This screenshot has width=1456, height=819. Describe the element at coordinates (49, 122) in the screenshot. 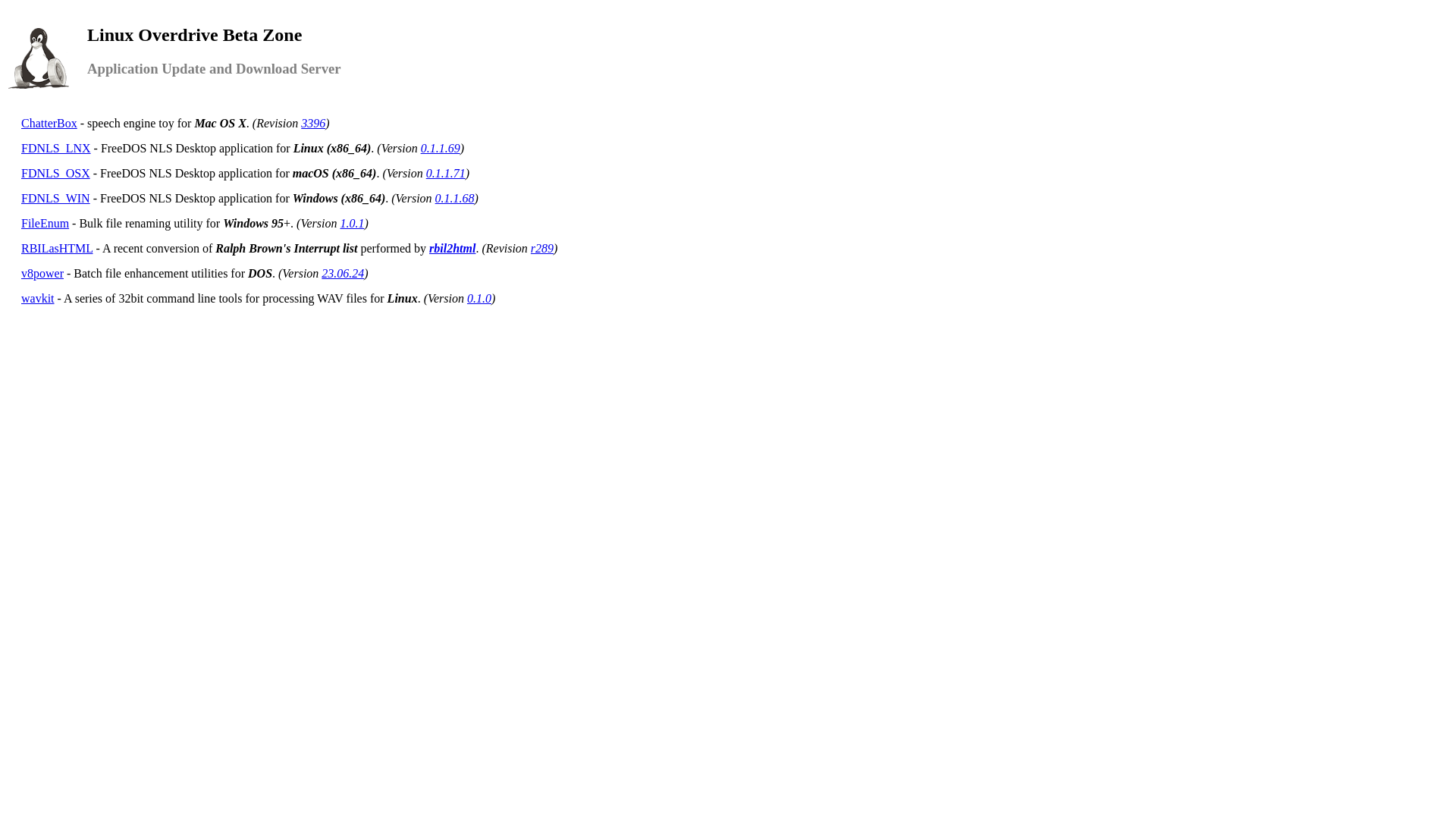

I see `'ChatterBox'` at that location.